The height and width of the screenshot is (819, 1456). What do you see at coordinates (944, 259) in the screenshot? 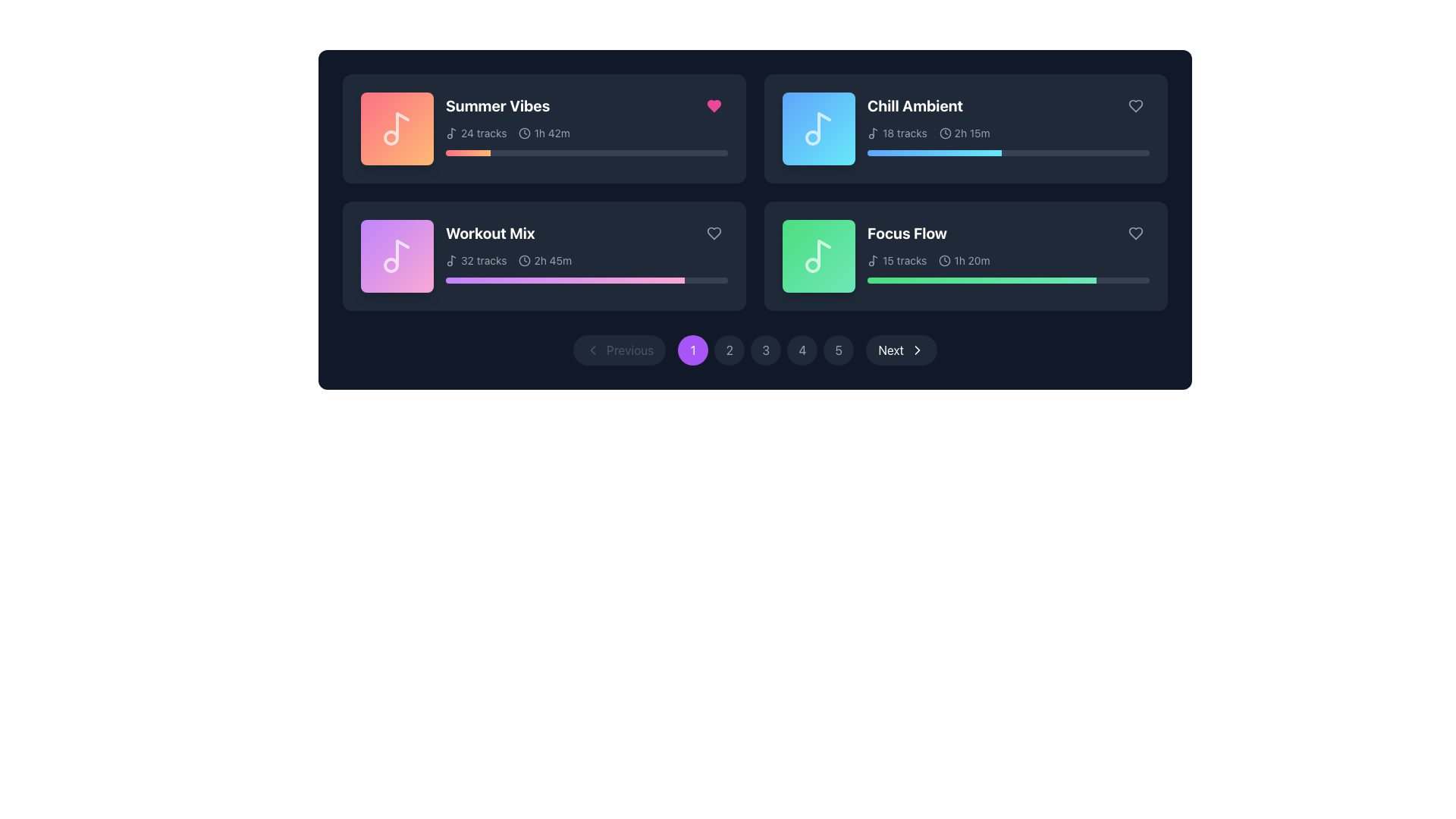
I see `the time indicator icon located to the left of the '1h 20m' text in the bottom-right card labeled 'Focus Flow'` at bounding box center [944, 259].